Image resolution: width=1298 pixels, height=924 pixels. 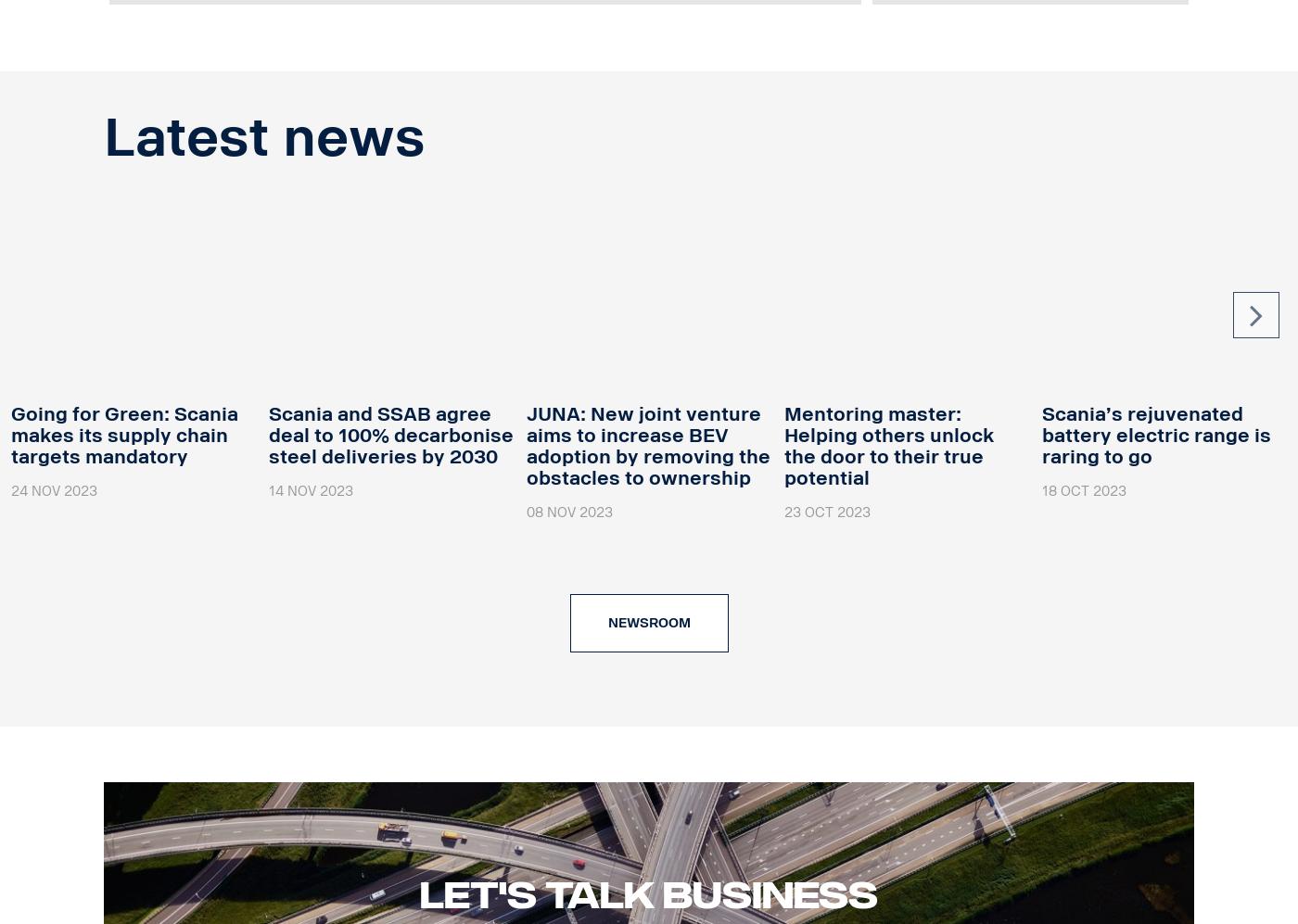 What do you see at coordinates (390, 434) in the screenshot?
I see `'Scania and SSAB agree deal to 100% decarbonise steel deliveries by 2030'` at bounding box center [390, 434].